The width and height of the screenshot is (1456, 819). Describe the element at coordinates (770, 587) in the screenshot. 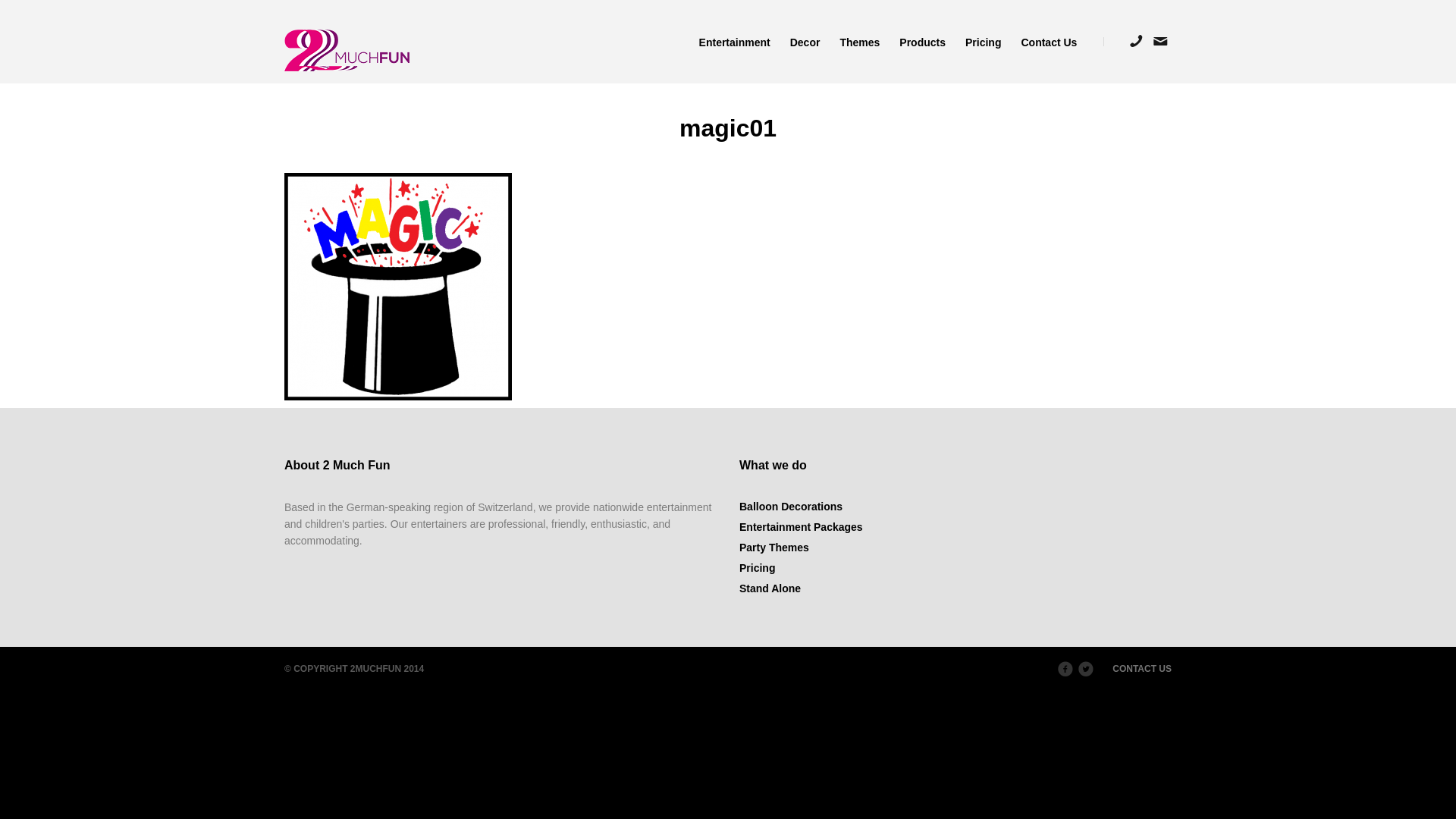

I see `'Stand Alone'` at that location.